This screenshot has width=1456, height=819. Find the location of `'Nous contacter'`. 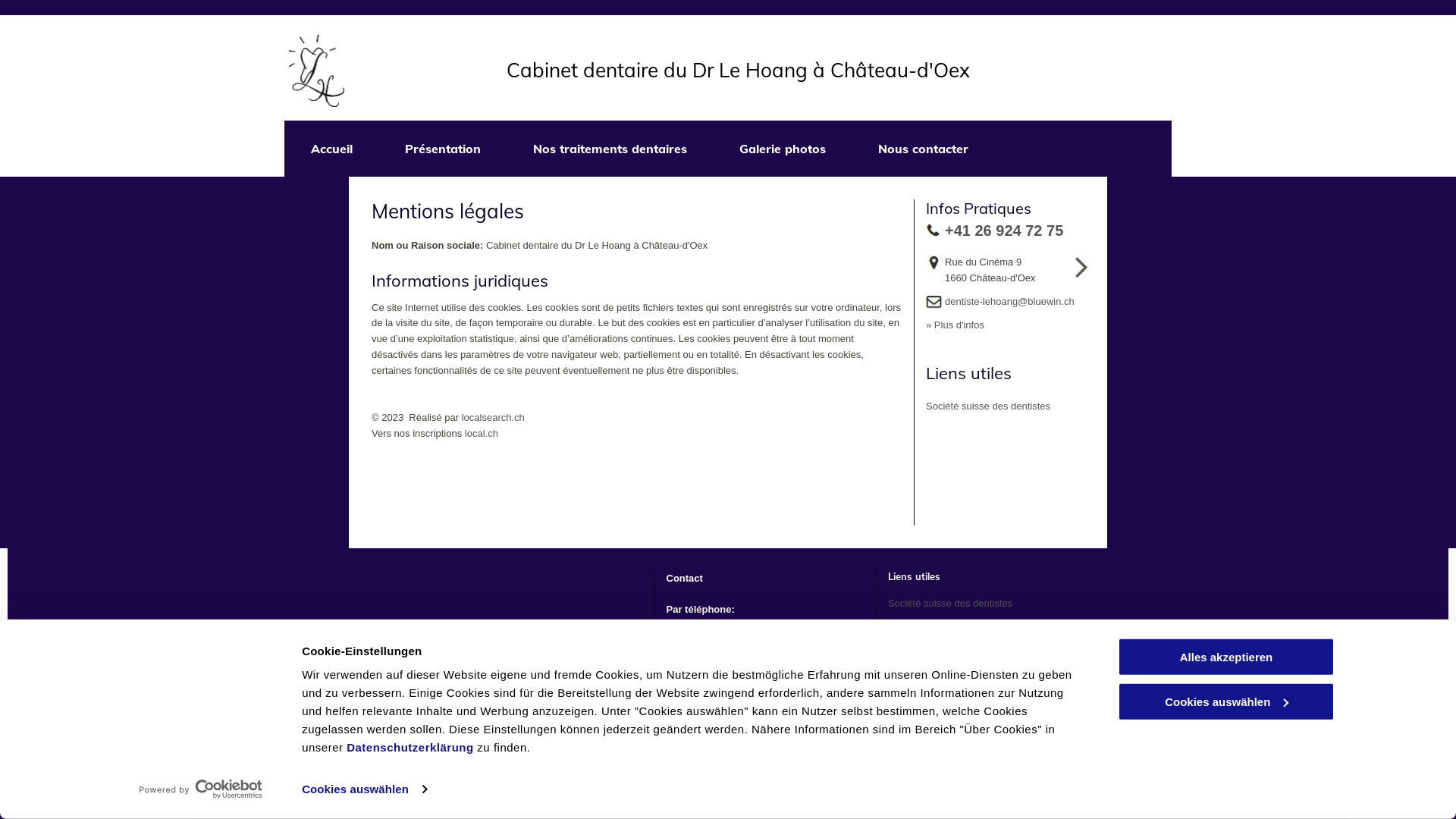

'Nous contacter' is located at coordinates (922, 149).